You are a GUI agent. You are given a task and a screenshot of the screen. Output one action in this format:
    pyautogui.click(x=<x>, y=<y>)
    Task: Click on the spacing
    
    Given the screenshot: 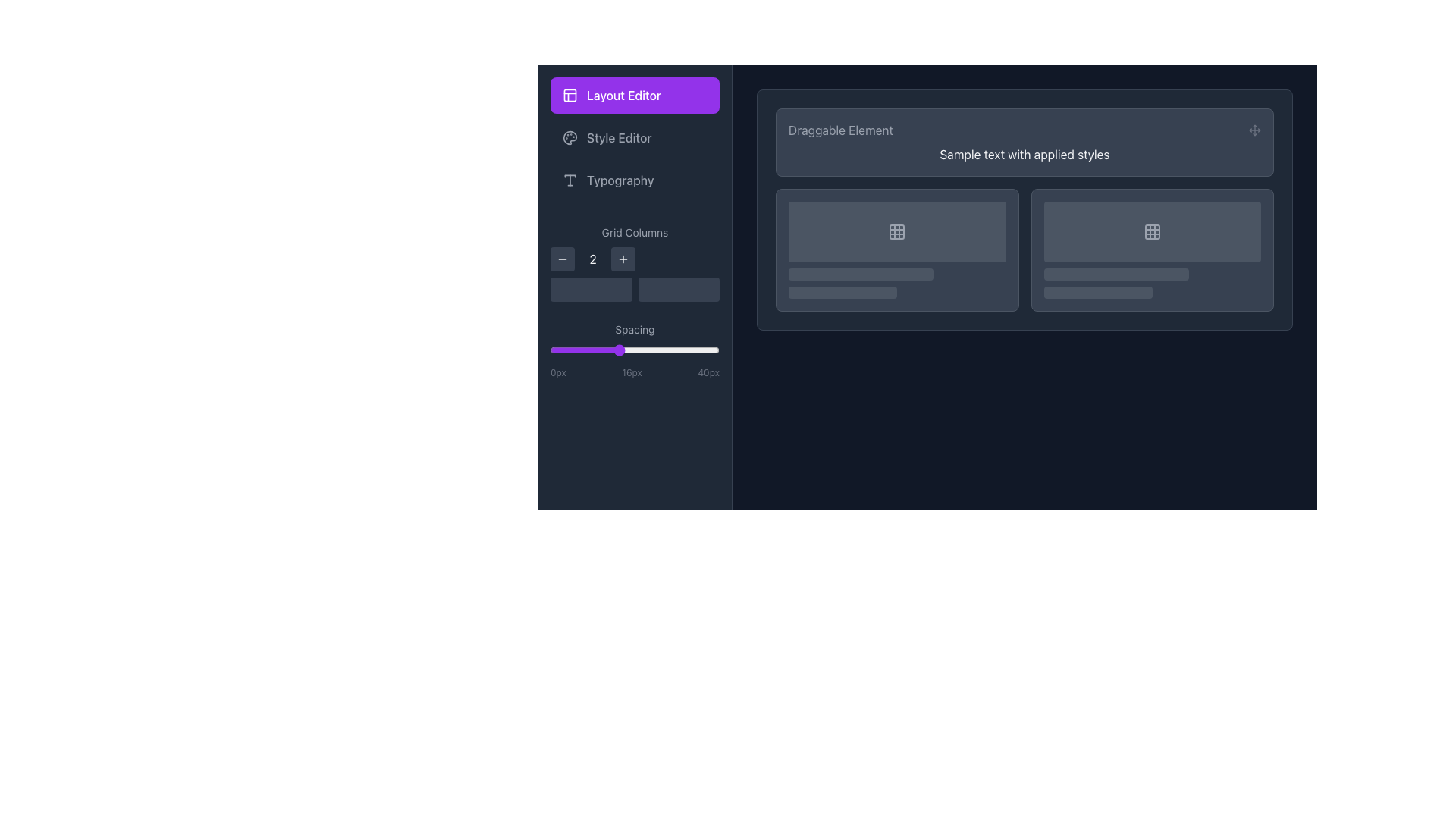 What is the action you would take?
    pyautogui.click(x=558, y=350)
    